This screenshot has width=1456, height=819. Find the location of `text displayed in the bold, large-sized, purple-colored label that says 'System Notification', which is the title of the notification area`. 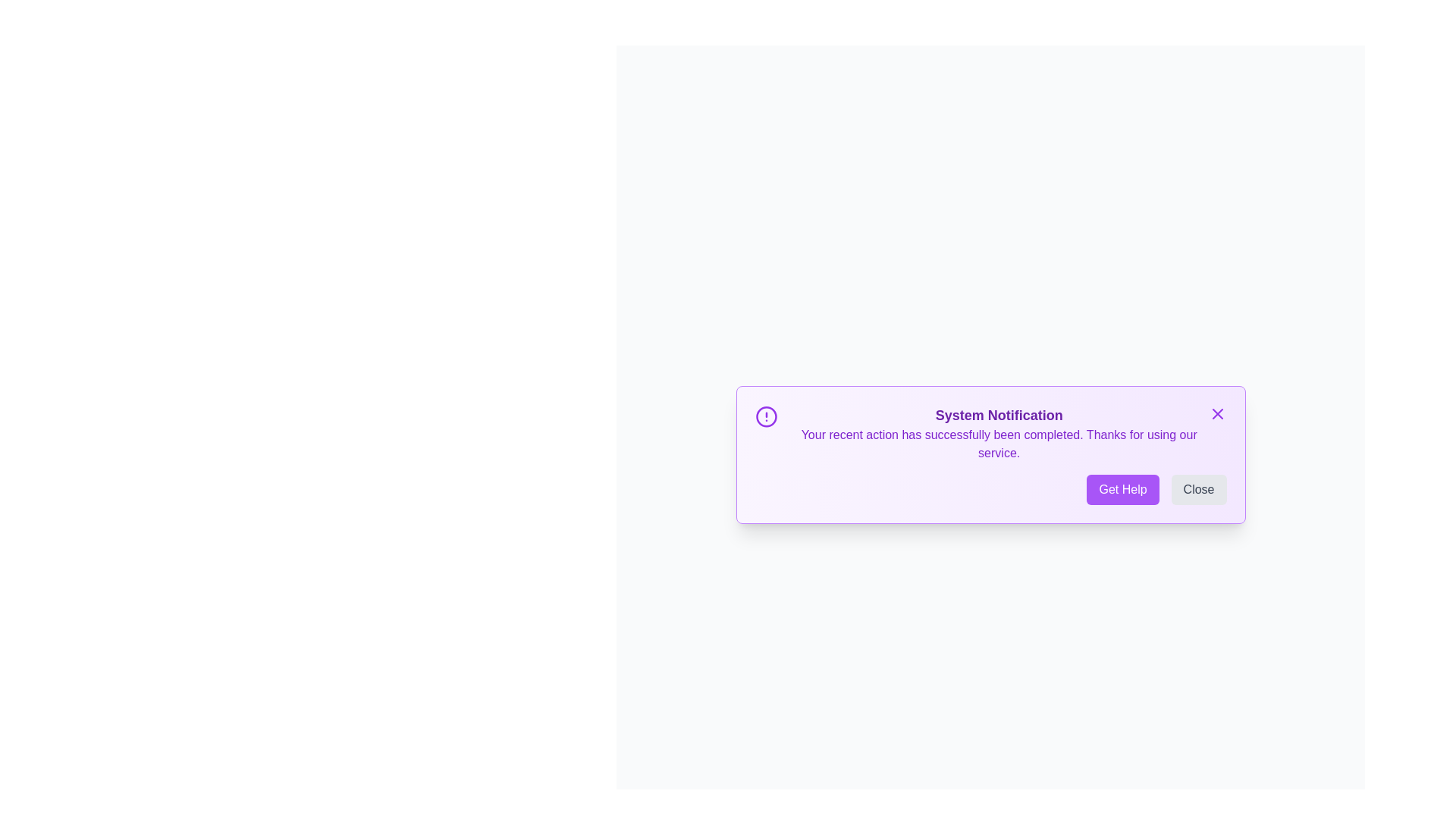

text displayed in the bold, large-sized, purple-colored label that says 'System Notification', which is the title of the notification area is located at coordinates (999, 415).